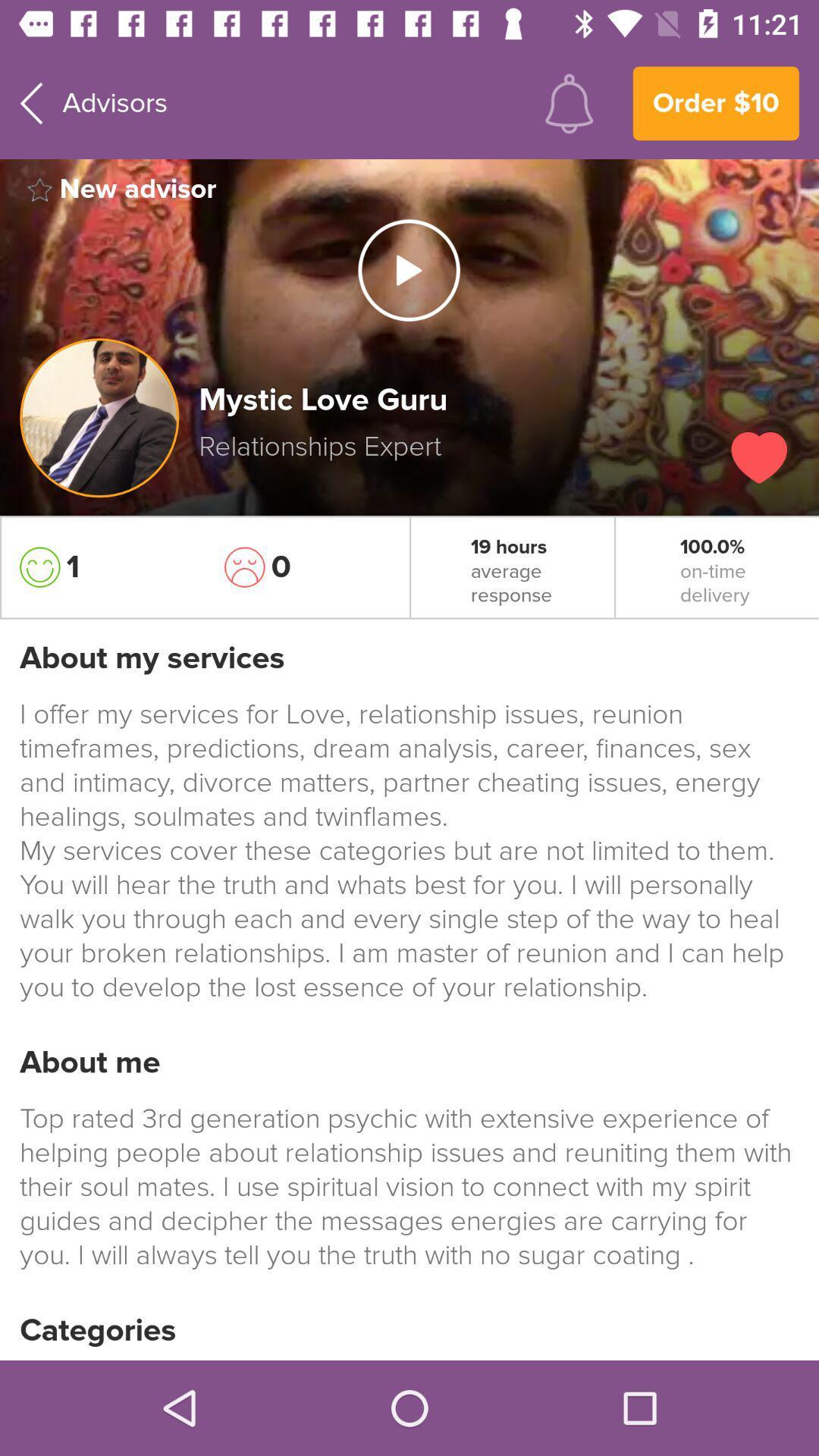 The image size is (819, 1456). What do you see at coordinates (408, 270) in the screenshot?
I see `the video` at bounding box center [408, 270].